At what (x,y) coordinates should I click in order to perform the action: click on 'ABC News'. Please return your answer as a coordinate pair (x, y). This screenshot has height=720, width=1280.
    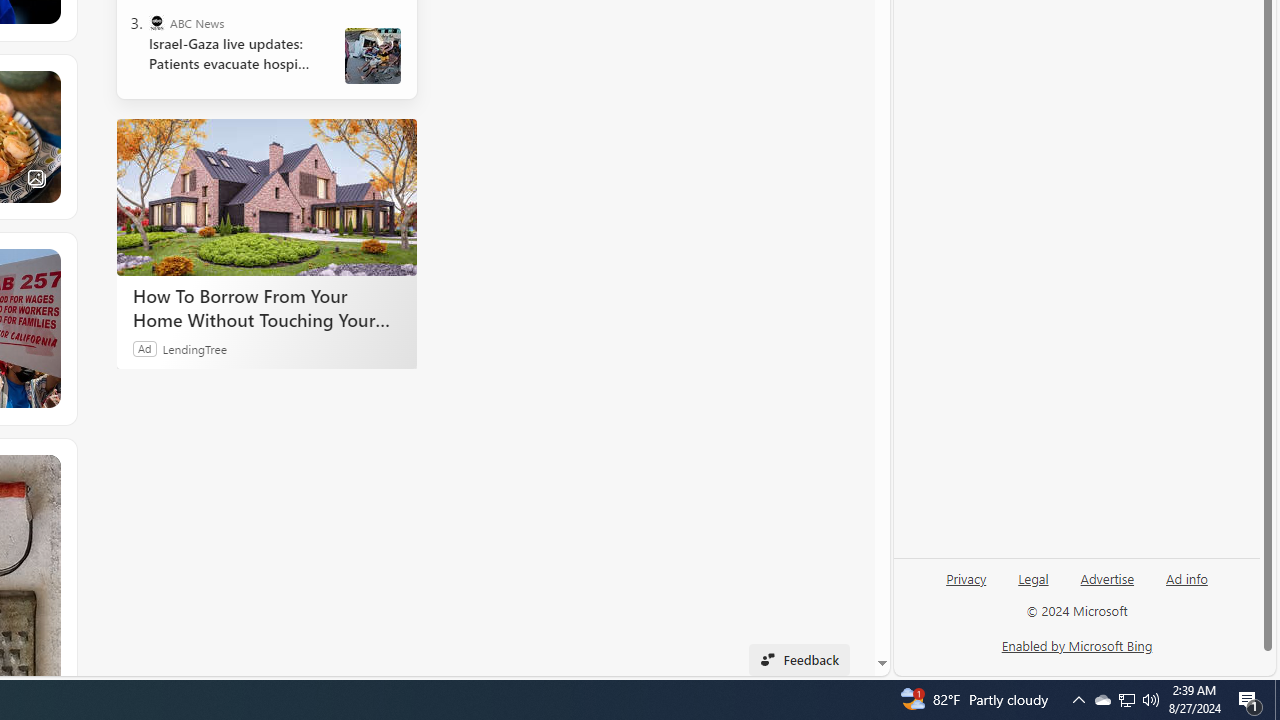
    Looking at the image, I should click on (155, 23).